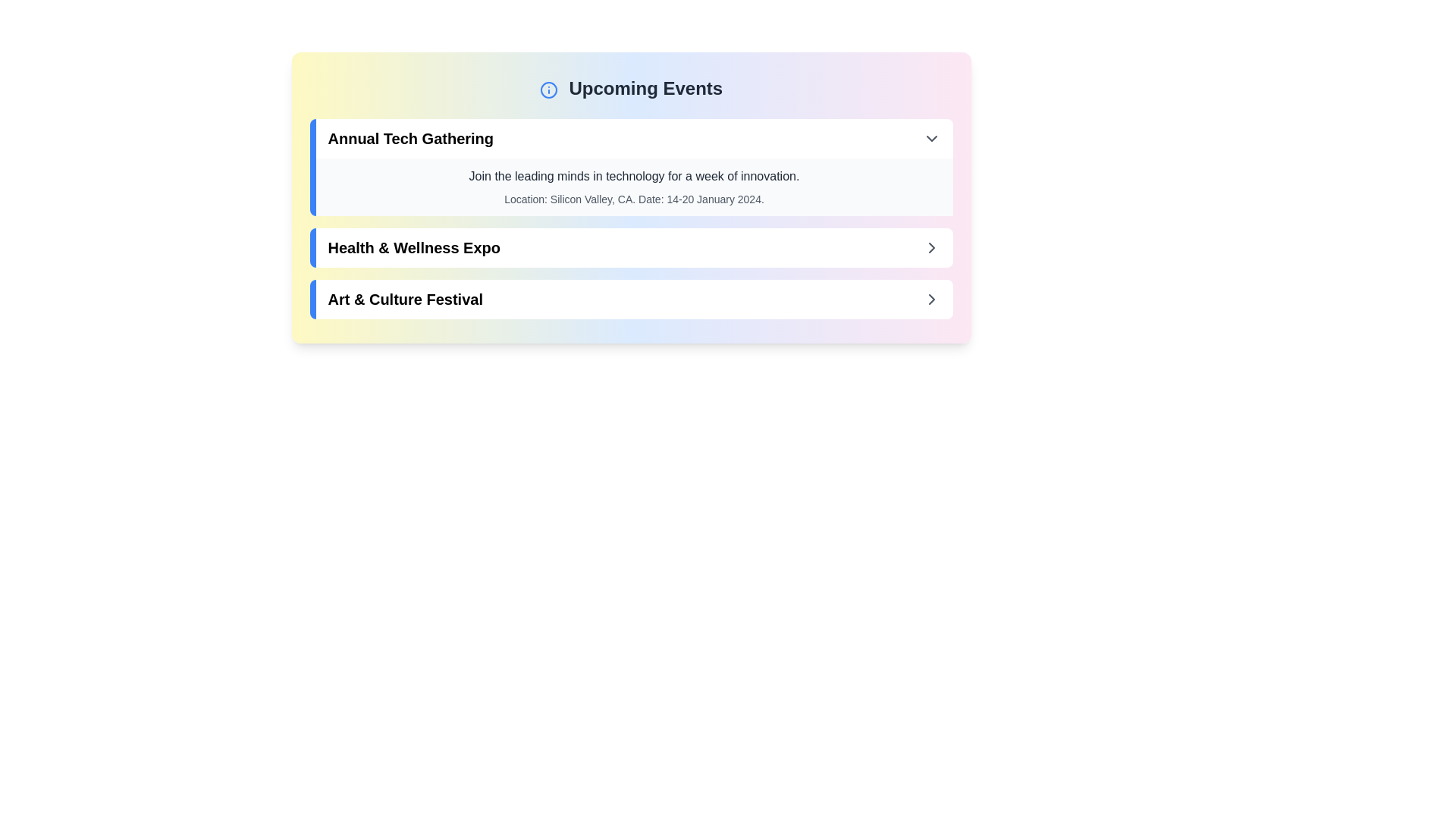  Describe the element at coordinates (548, 89) in the screenshot. I see `the circular graphical element in the header section, which is part of an SVG icon located adjacent to the 'Upcoming Events' text` at that location.